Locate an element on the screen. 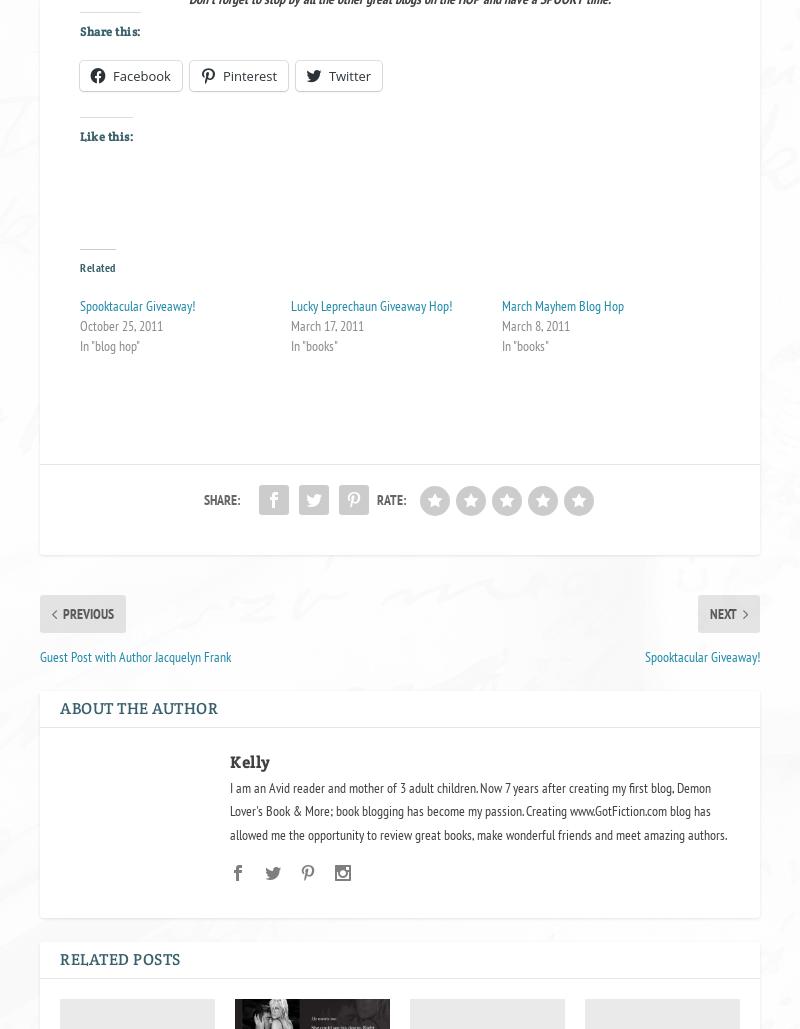 This screenshot has height=1029, width=800. 'Share this:' is located at coordinates (80, 30).